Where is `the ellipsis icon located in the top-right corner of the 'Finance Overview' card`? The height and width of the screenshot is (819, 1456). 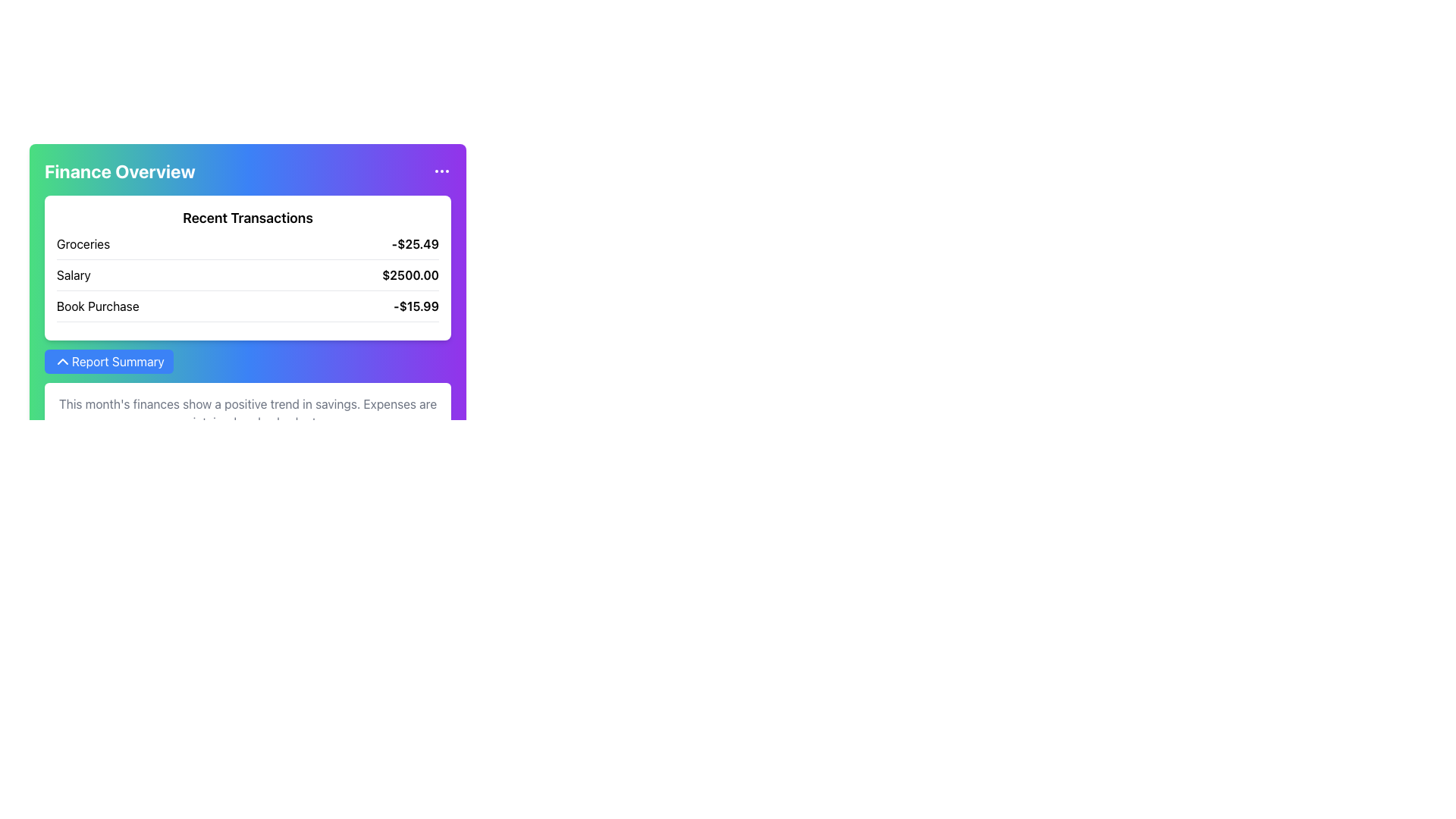
the ellipsis icon located in the top-right corner of the 'Finance Overview' card is located at coordinates (441, 171).